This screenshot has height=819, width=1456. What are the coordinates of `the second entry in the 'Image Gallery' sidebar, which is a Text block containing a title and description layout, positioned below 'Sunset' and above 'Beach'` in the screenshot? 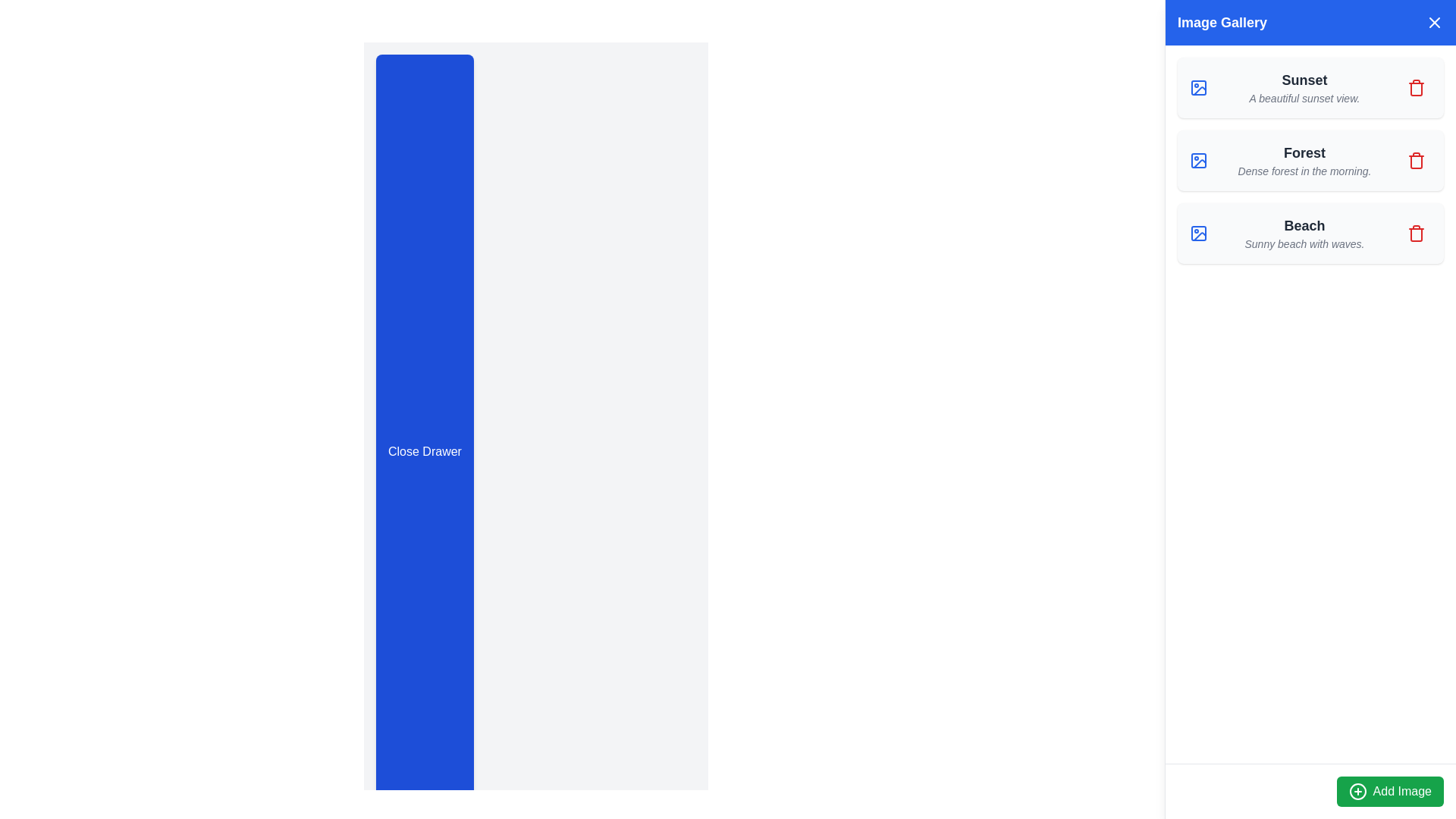 It's located at (1304, 161).